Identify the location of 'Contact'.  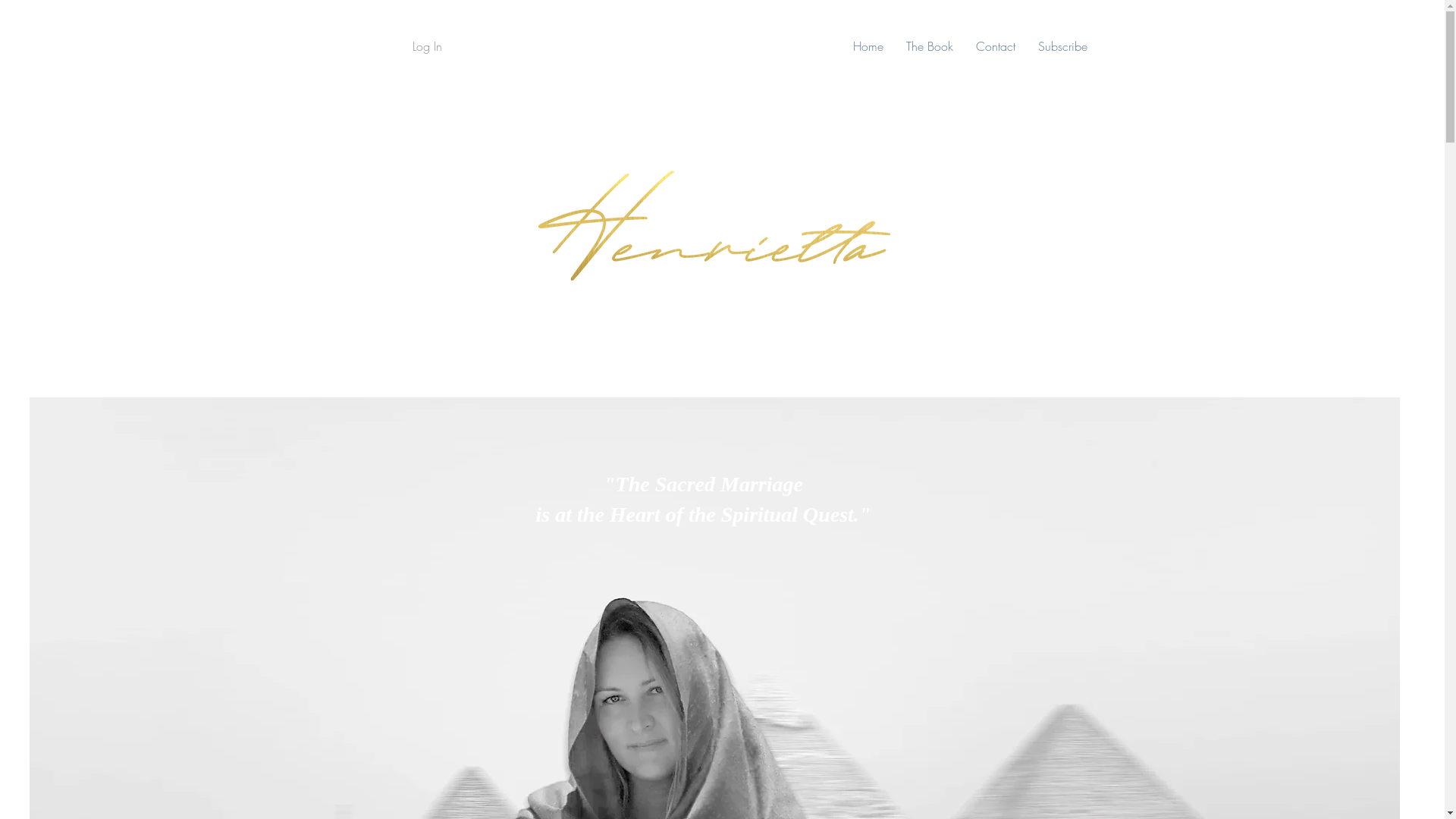
(996, 45).